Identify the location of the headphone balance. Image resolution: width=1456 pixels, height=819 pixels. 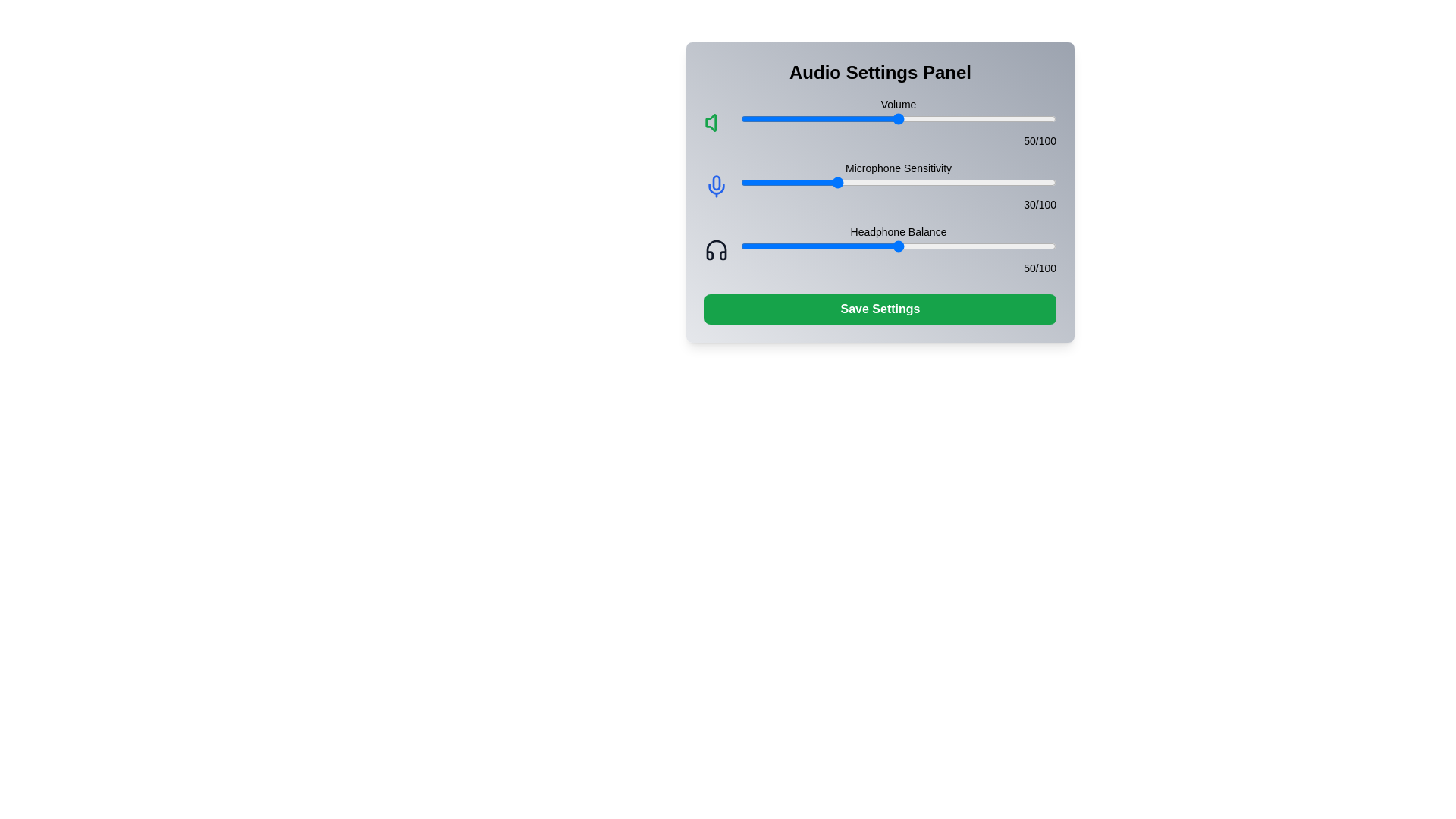
(1009, 245).